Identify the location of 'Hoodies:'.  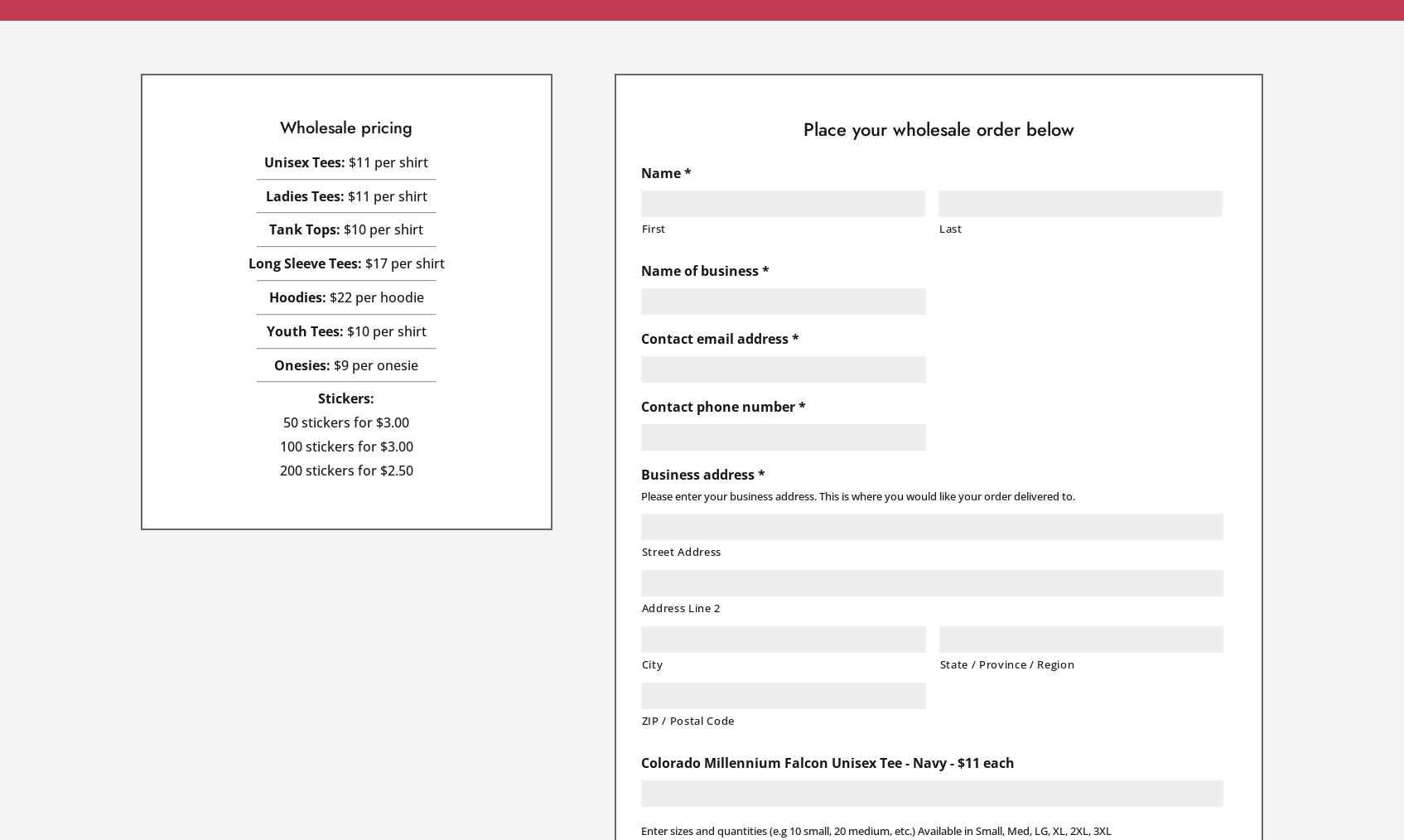
(296, 296).